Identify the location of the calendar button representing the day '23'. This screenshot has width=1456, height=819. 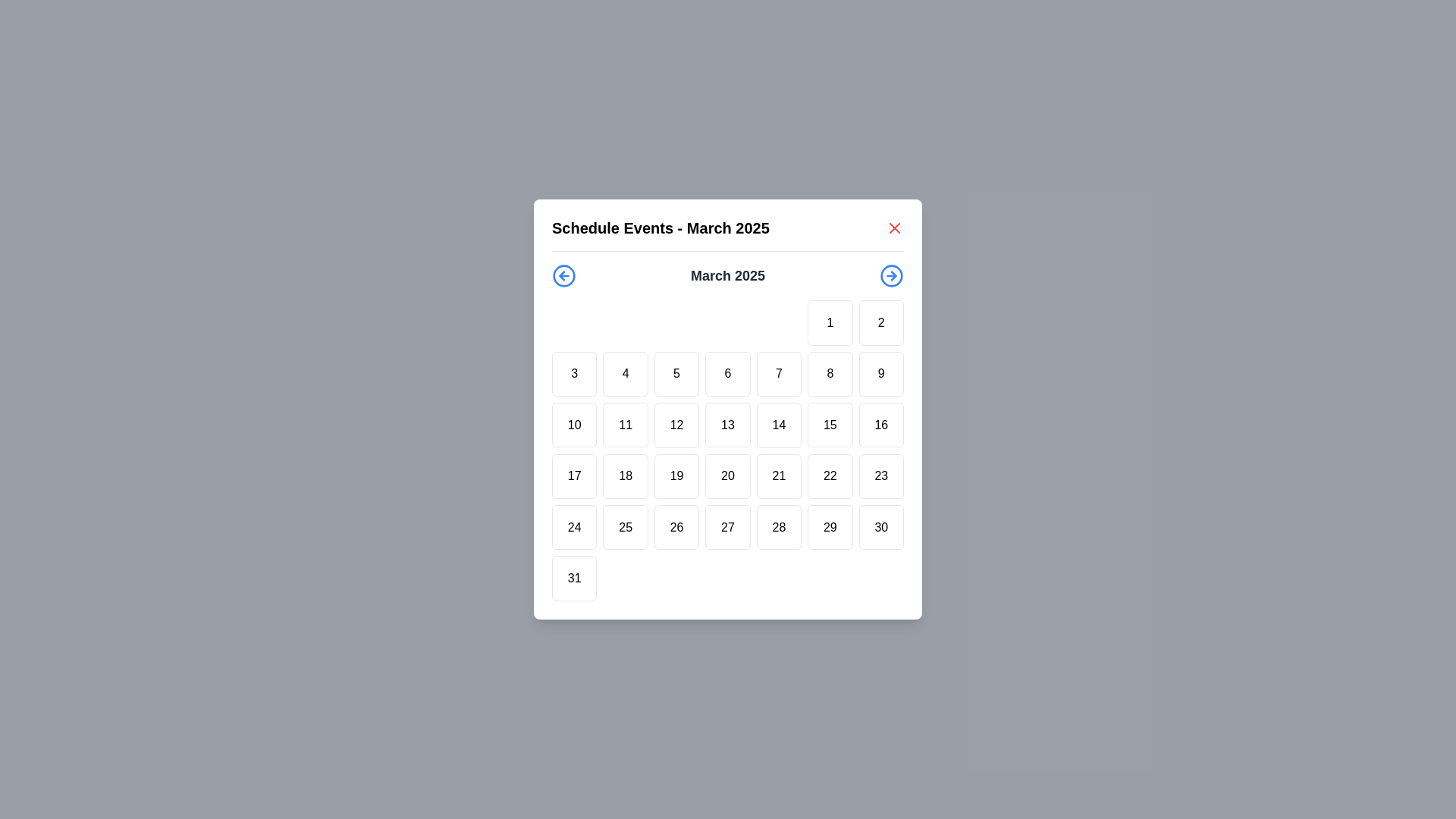
(881, 475).